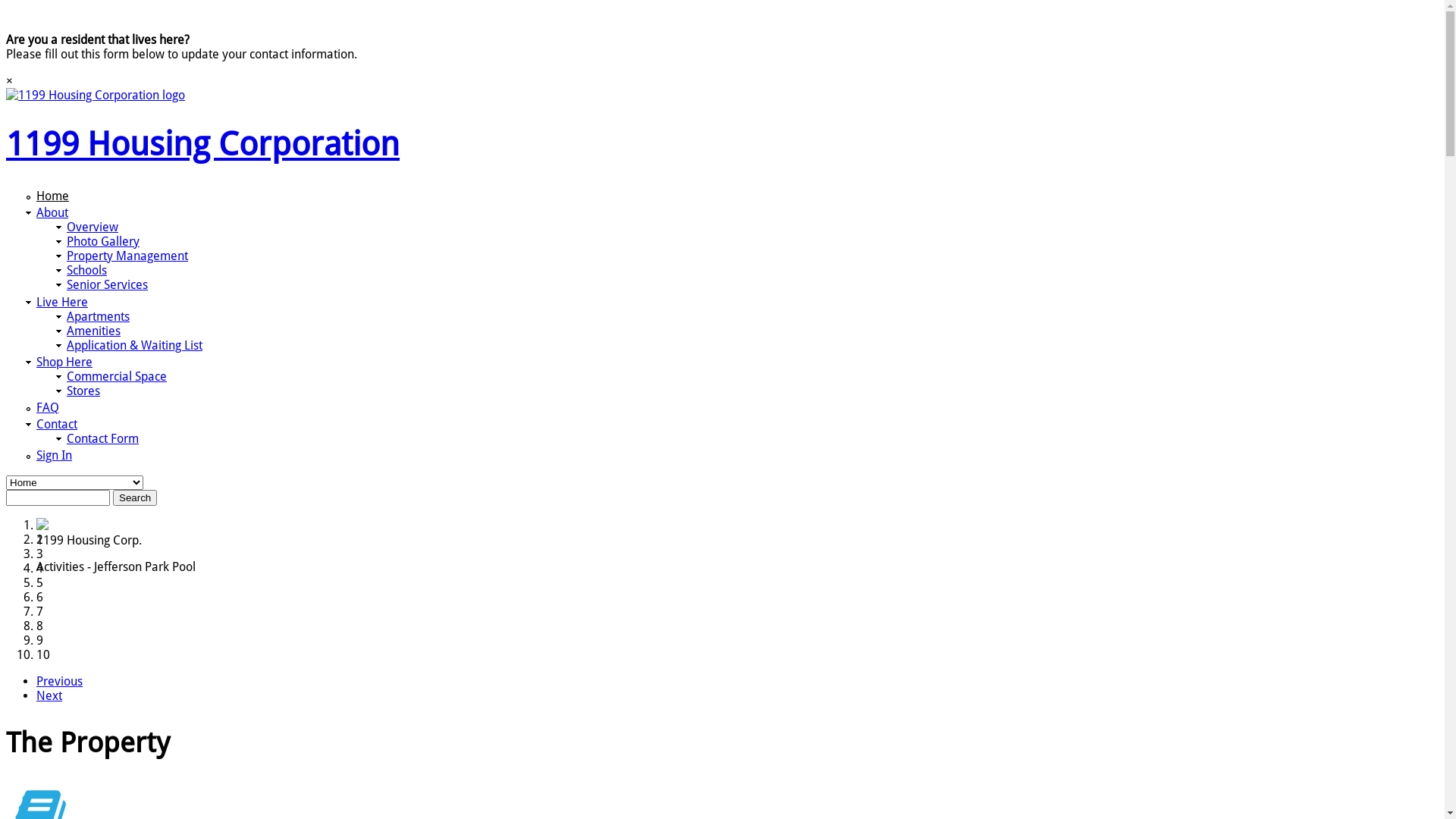 Image resolution: width=1456 pixels, height=819 pixels. I want to click on '4', so click(36, 568).